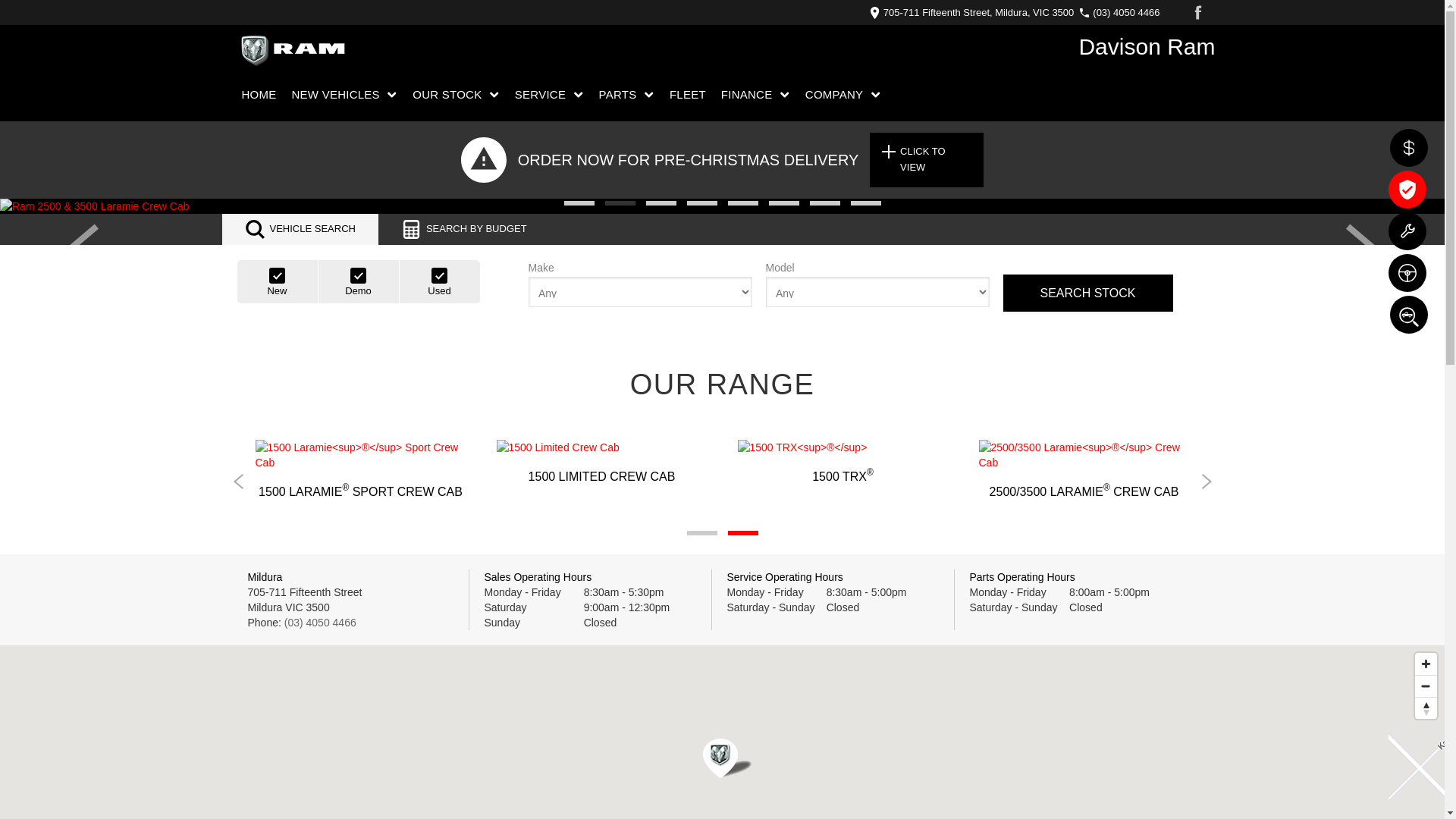 Image resolution: width=1456 pixels, height=819 pixels. Describe the element at coordinates (591, 94) in the screenshot. I see `'PARTS'` at that location.